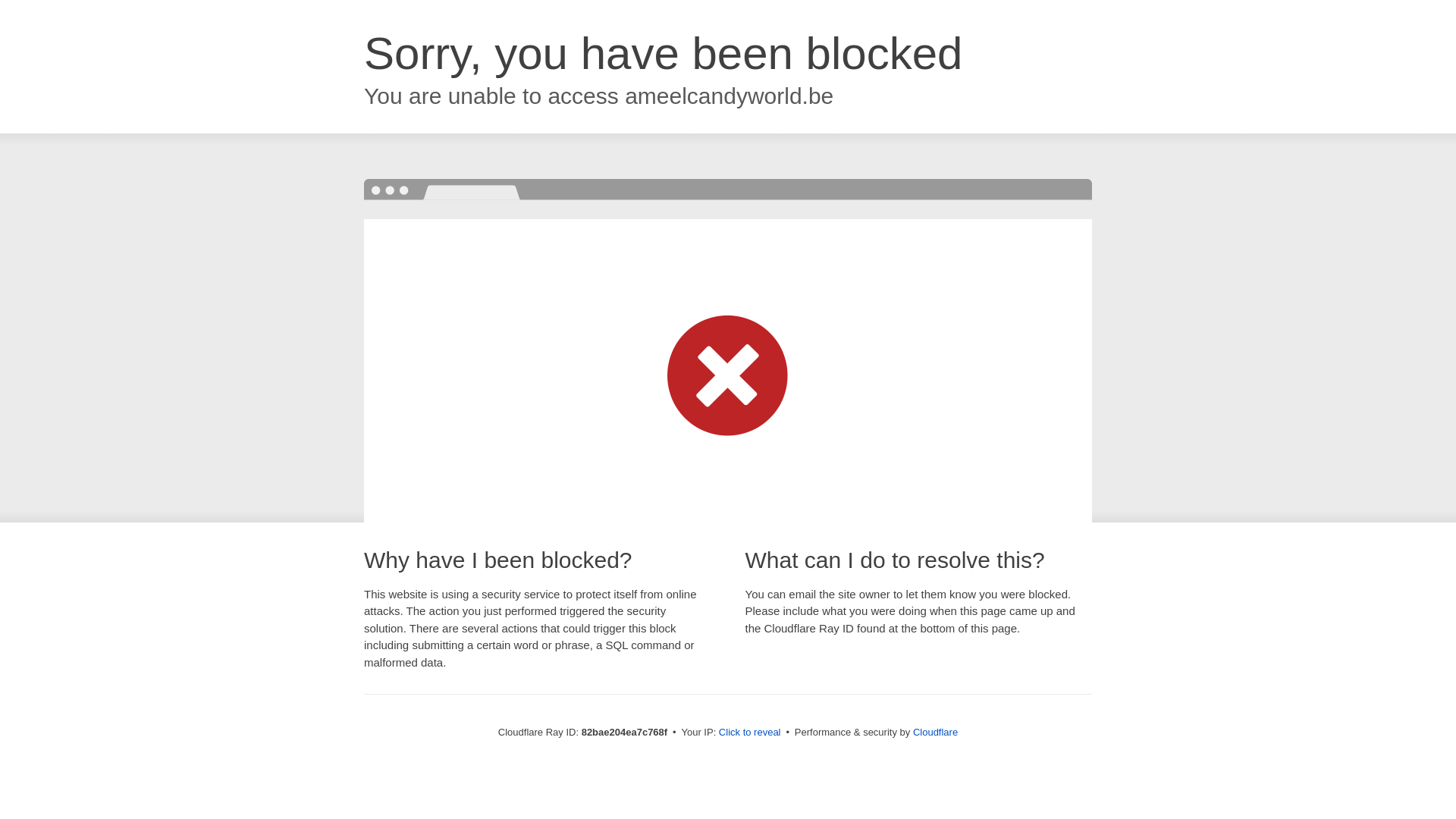 This screenshot has width=1456, height=819. I want to click on 'Cloudflare', so click(934, 731).